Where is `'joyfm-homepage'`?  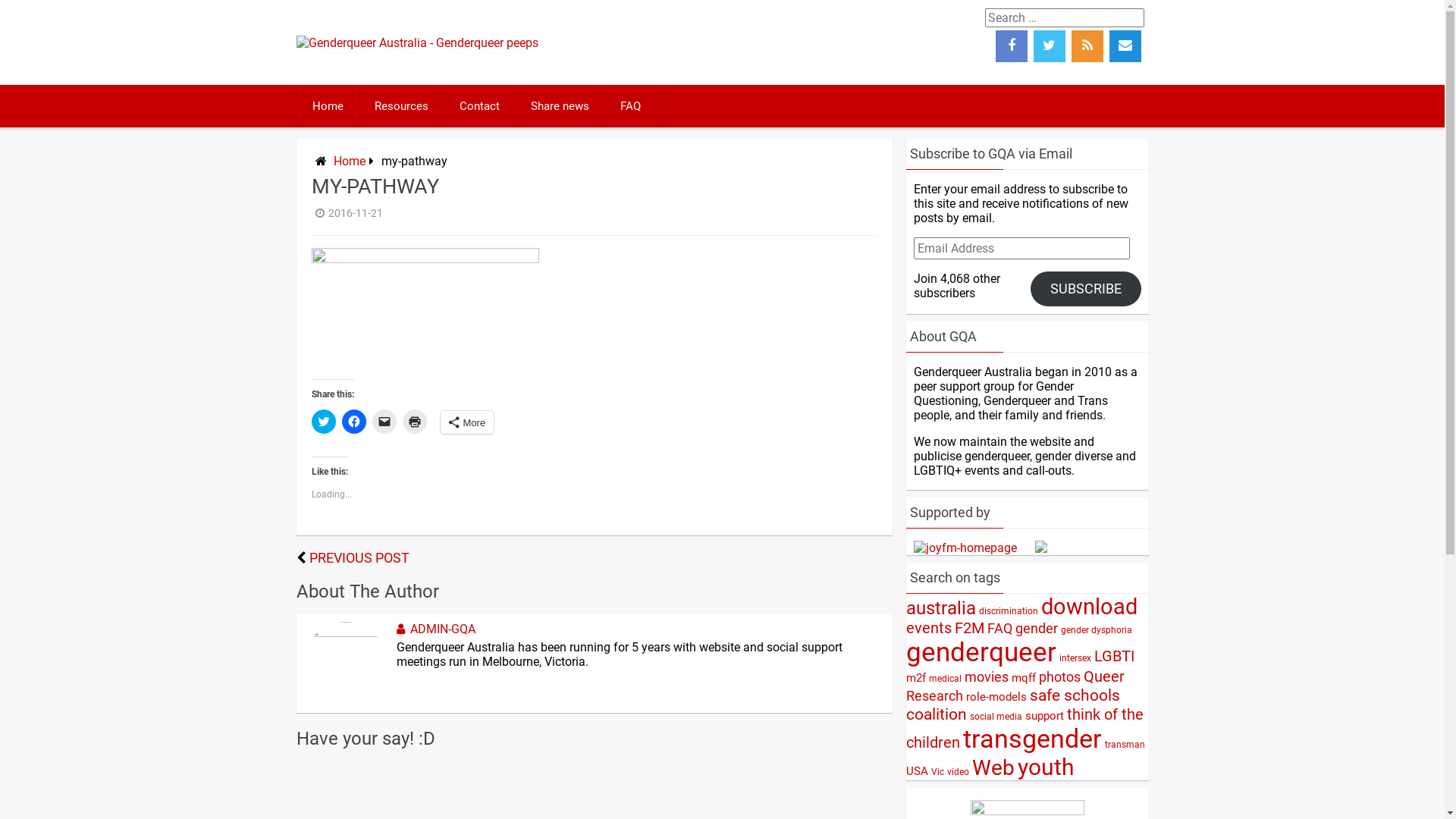
'joyfm-homepage' is located at coordinates (964, 548).